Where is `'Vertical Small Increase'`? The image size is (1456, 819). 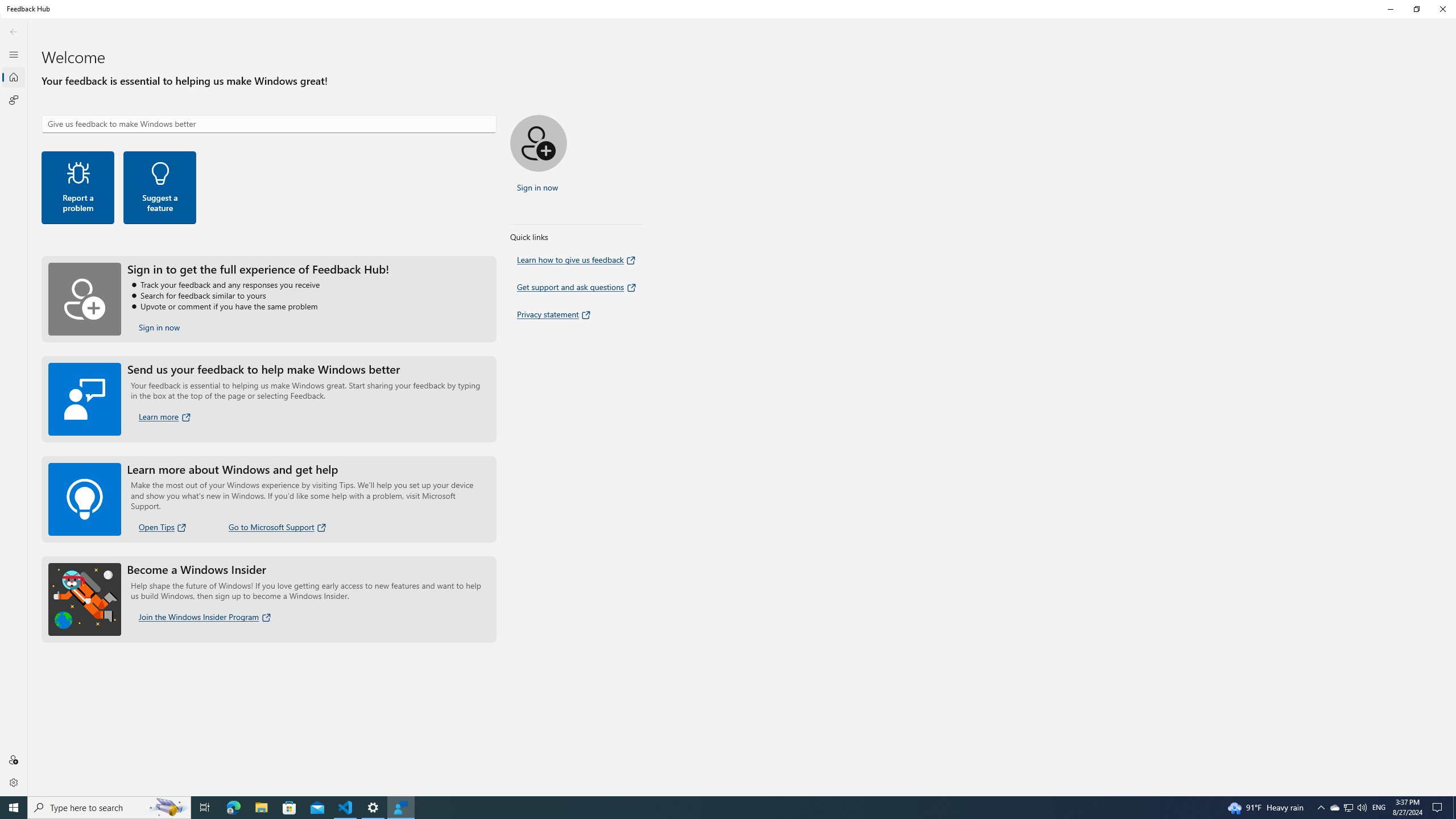 'Vertical Small Increase' is located at coordinates (1451, 792).